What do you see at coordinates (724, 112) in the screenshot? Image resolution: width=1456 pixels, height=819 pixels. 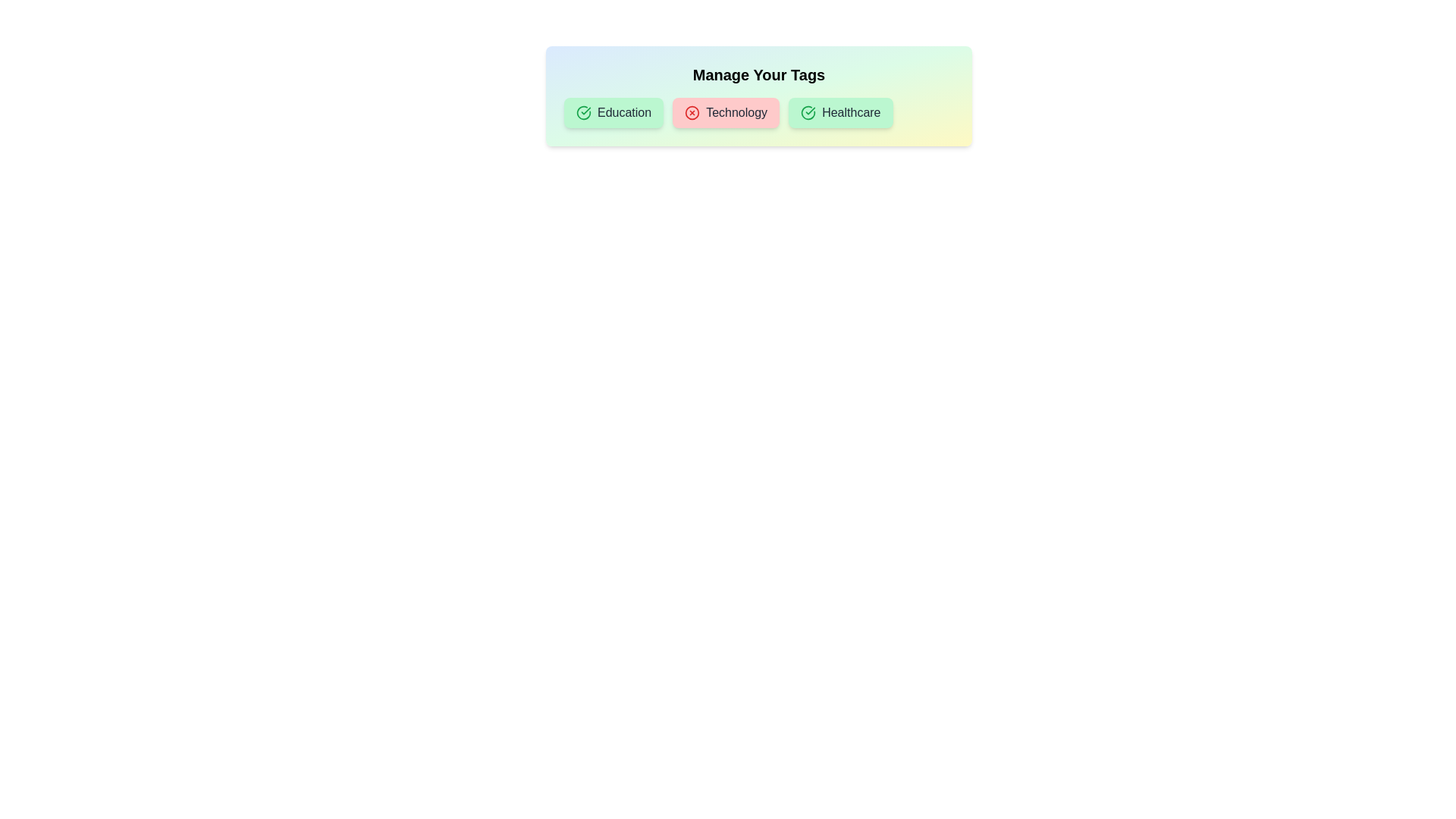 I see `the tag labeled Technology` at bounding box center [724, 112].